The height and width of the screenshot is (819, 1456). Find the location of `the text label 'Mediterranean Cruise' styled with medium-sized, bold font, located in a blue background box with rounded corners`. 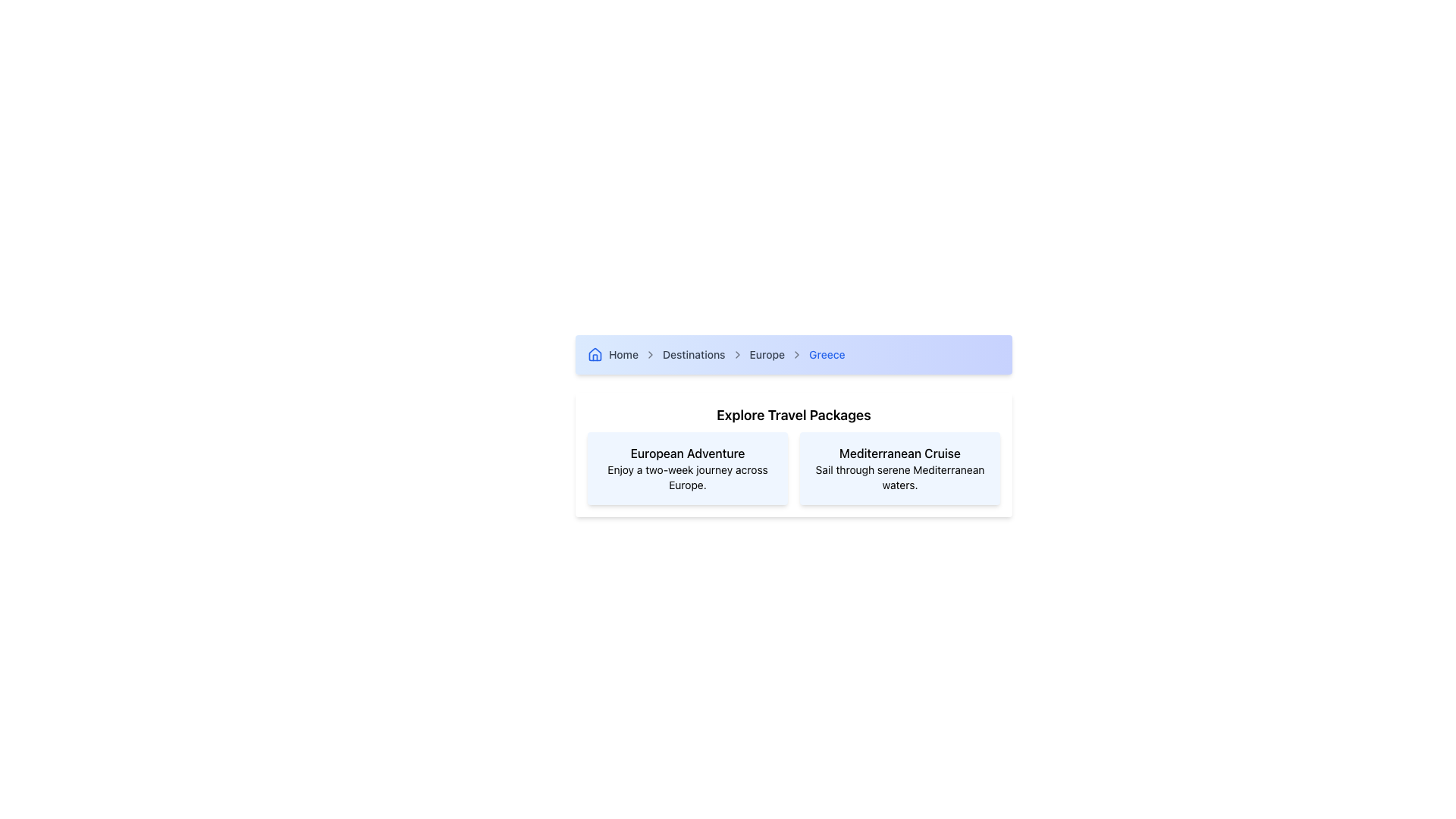

the text label 'Mediterranean Cruise' styled with medium-sized, bold font, located in a blue background box with rounded corners is located at coordinates (899, 452).